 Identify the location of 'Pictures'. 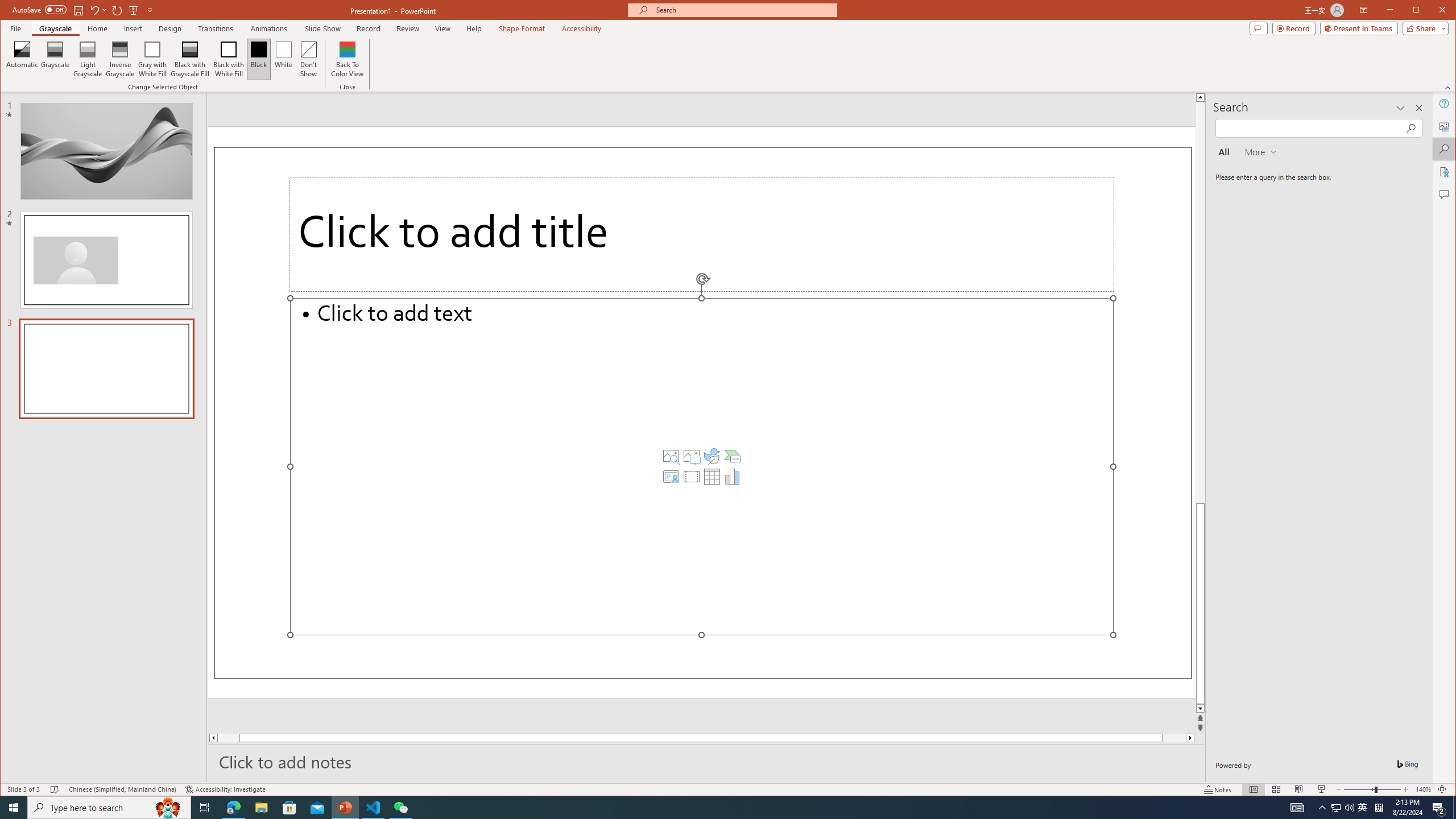
(691, 456).